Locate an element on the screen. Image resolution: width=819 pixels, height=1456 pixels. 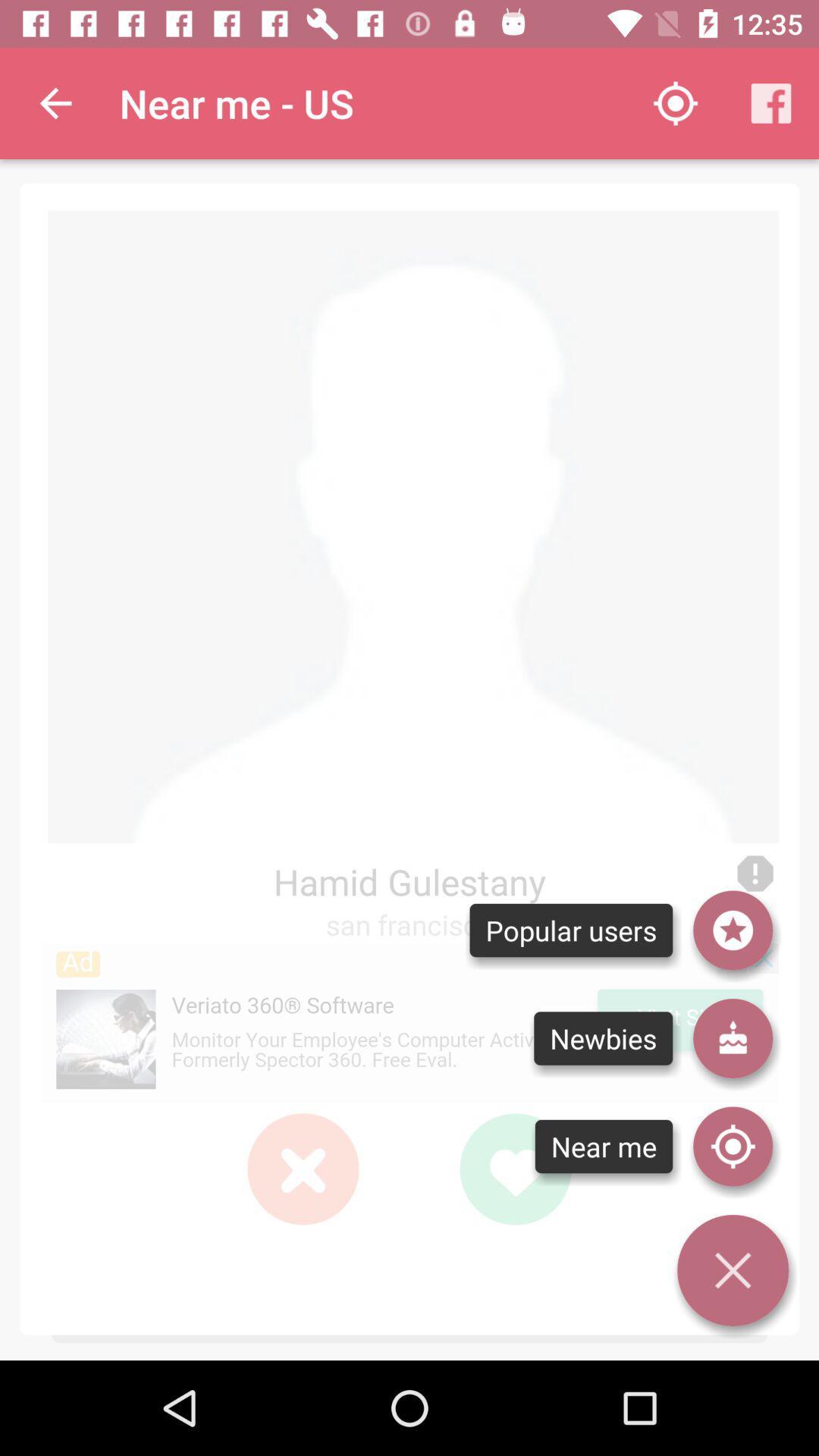
red color cross icon which is left to green color heart shape symbol is located at coordinates (303, 1168).